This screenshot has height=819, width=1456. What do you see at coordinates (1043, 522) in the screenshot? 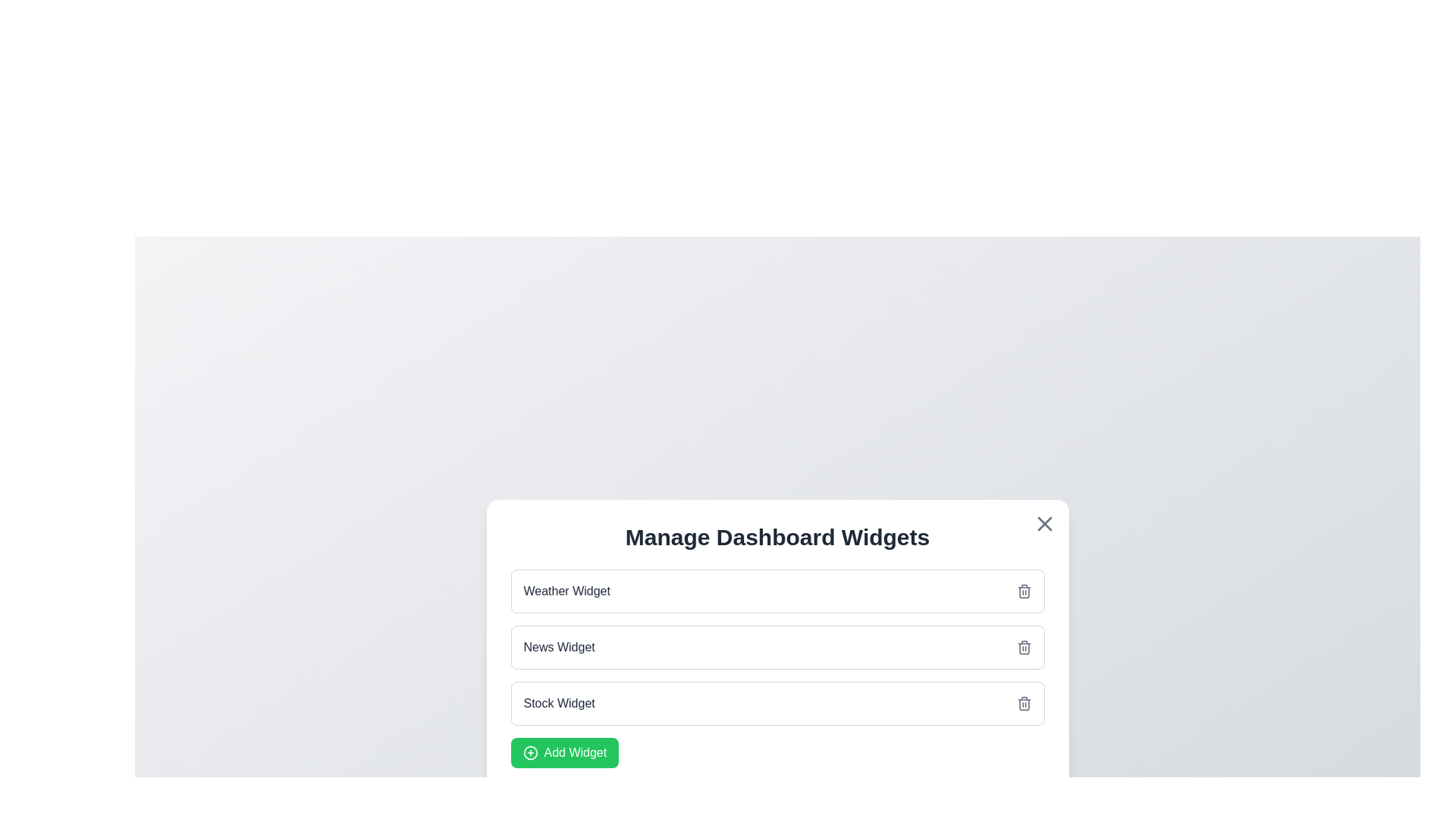
I see `the interactive element Close Button to observe any tooltip or effect` at bounding box center [1043, 522].